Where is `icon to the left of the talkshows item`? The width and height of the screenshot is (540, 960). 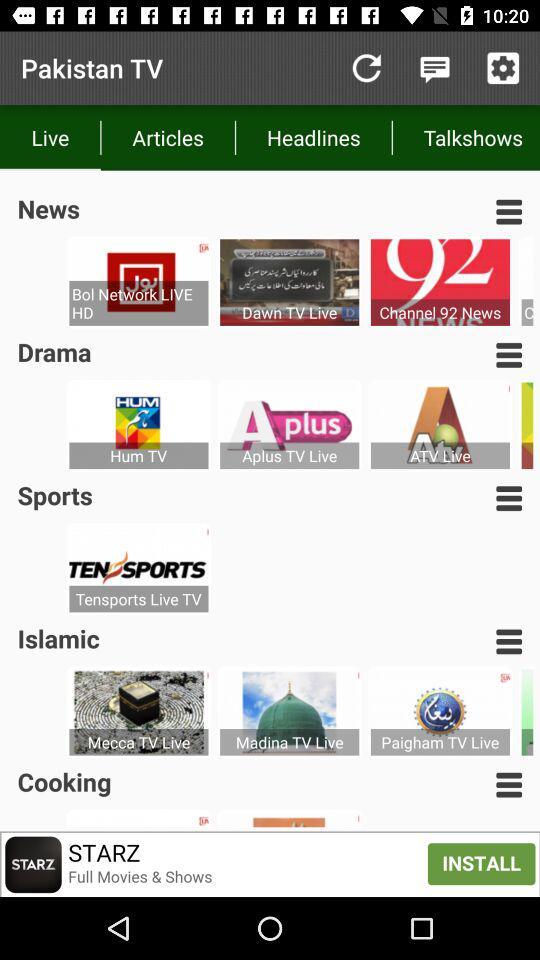 icon to the left of the talkshows item is located at coordinates (313, 136).